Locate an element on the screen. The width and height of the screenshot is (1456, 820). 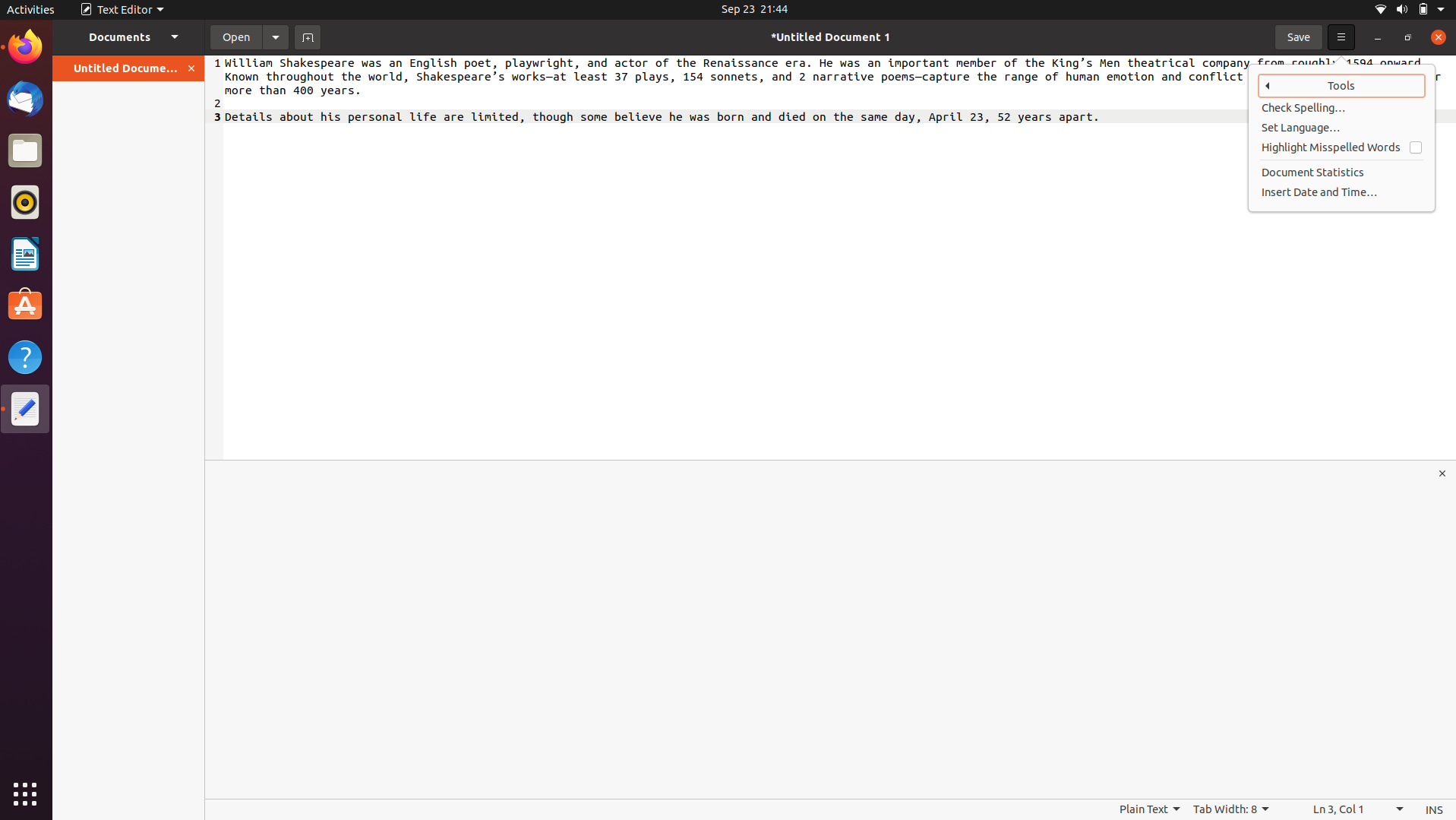
Close document using the orange button on the left panel is located at coordinates (191, 68).